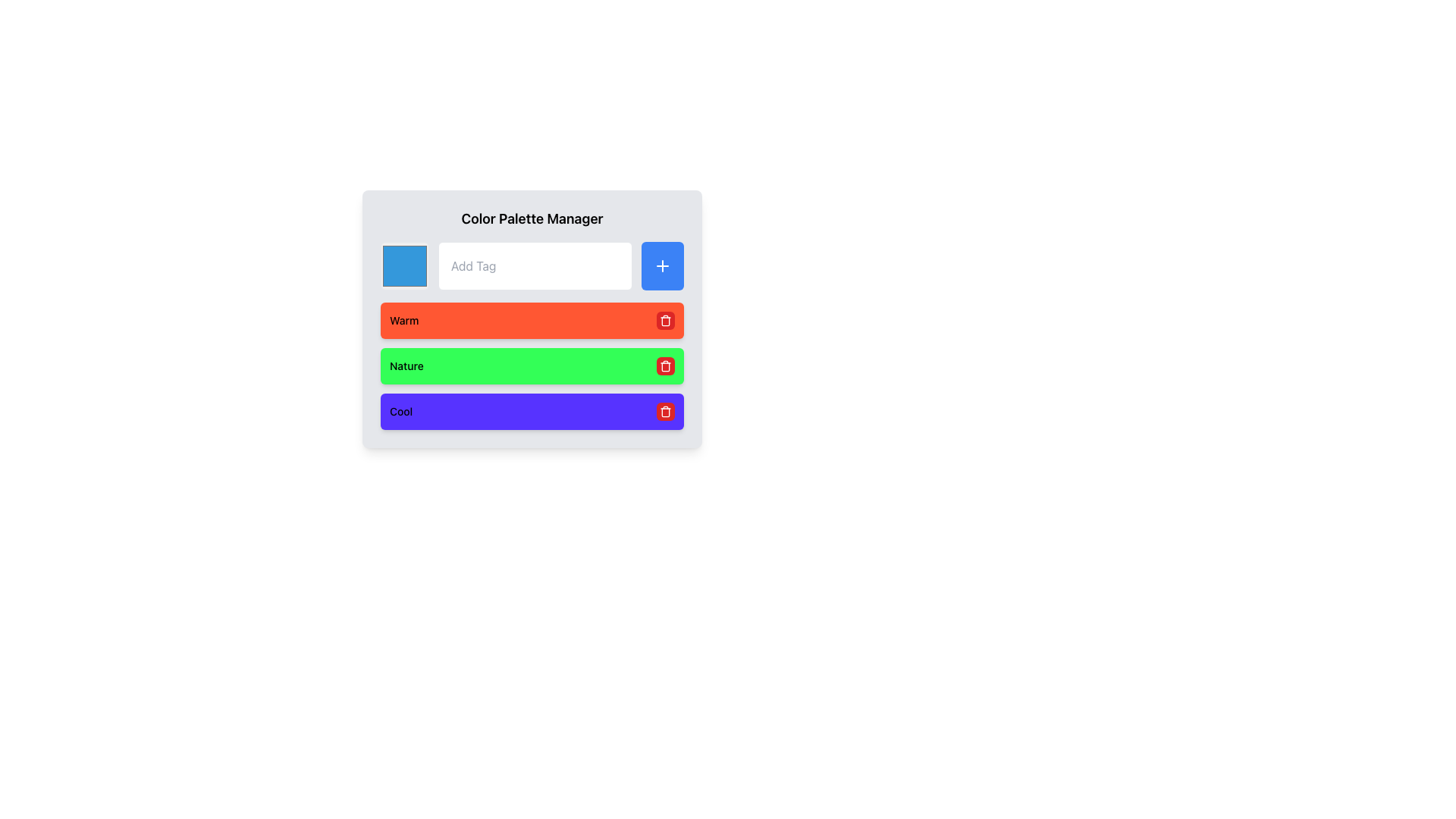 Image resolution: width=1456 pixels, height=819 pixels. I want to click on the second trash bin icon from the top in the list of items within the color palette manager, so click(666, 320).